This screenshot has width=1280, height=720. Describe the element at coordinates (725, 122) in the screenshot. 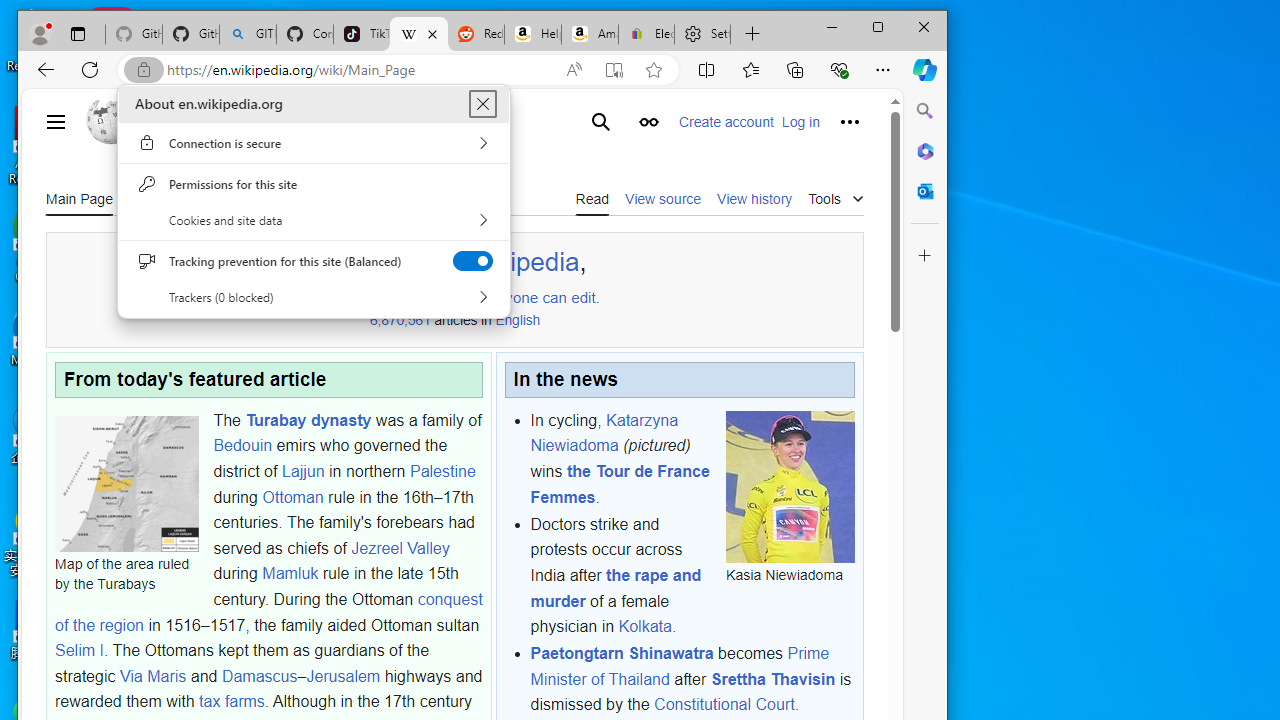

I see `'Create account'` at that location.